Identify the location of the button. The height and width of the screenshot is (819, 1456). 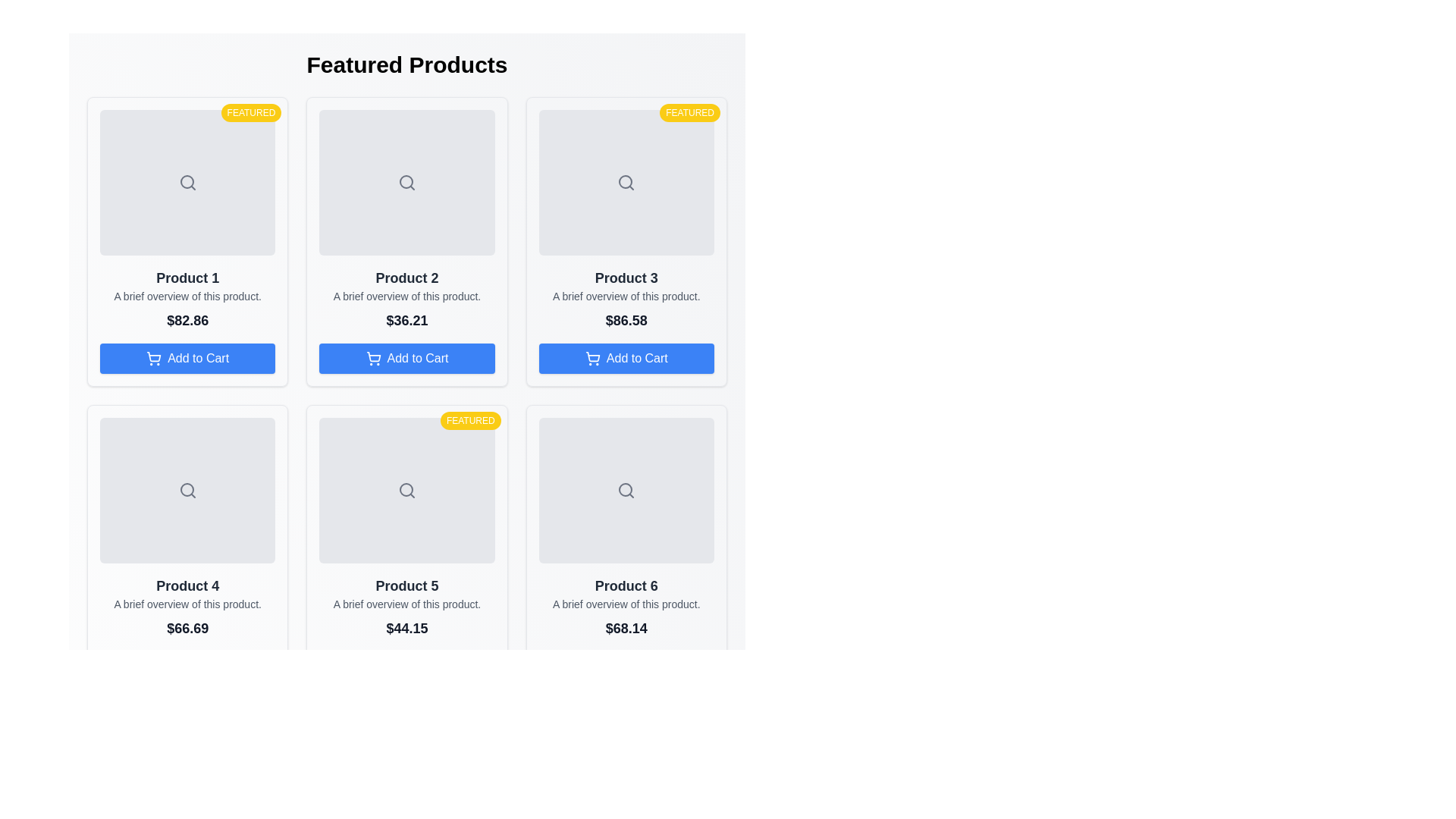
(187, 359).